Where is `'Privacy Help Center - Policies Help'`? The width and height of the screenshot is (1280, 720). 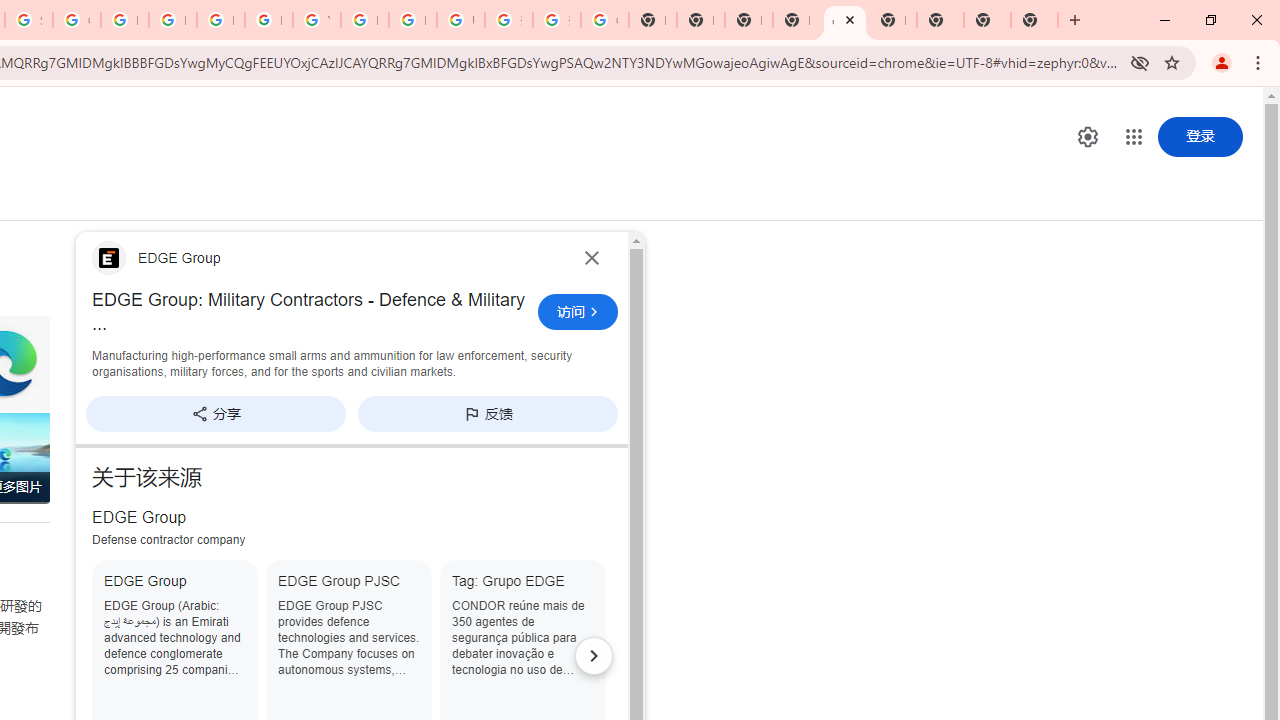 'Privacy Help Center - Policies Help' is located at coordinates (172, 20).